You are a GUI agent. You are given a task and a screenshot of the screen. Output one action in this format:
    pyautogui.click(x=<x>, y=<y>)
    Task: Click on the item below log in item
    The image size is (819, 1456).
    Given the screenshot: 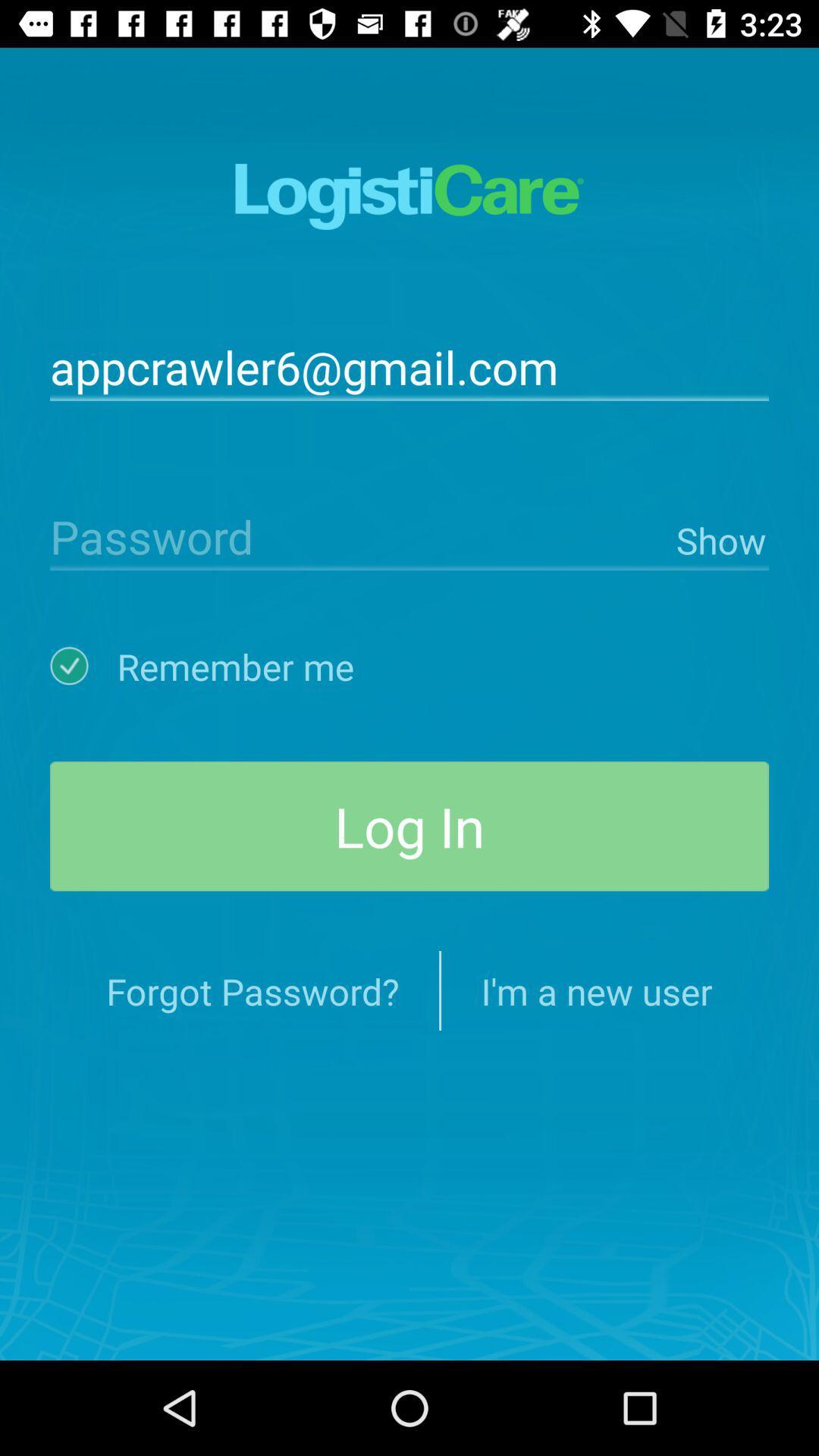 What is the action you would take?
    pyautogui.click(x=252, y=990)
    